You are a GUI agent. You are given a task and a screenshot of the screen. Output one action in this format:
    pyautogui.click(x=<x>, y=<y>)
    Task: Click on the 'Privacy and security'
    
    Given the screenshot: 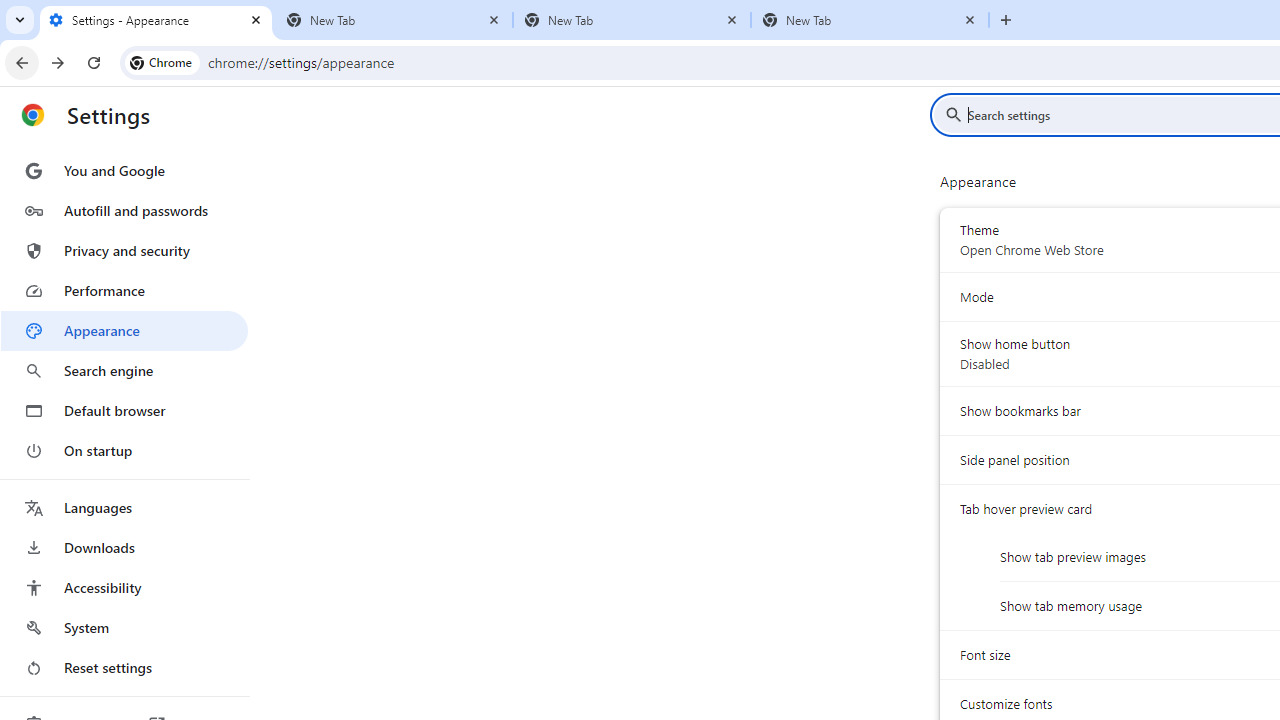 What is the action you would take?
    pyautogui.click(x=123, y=249)
    